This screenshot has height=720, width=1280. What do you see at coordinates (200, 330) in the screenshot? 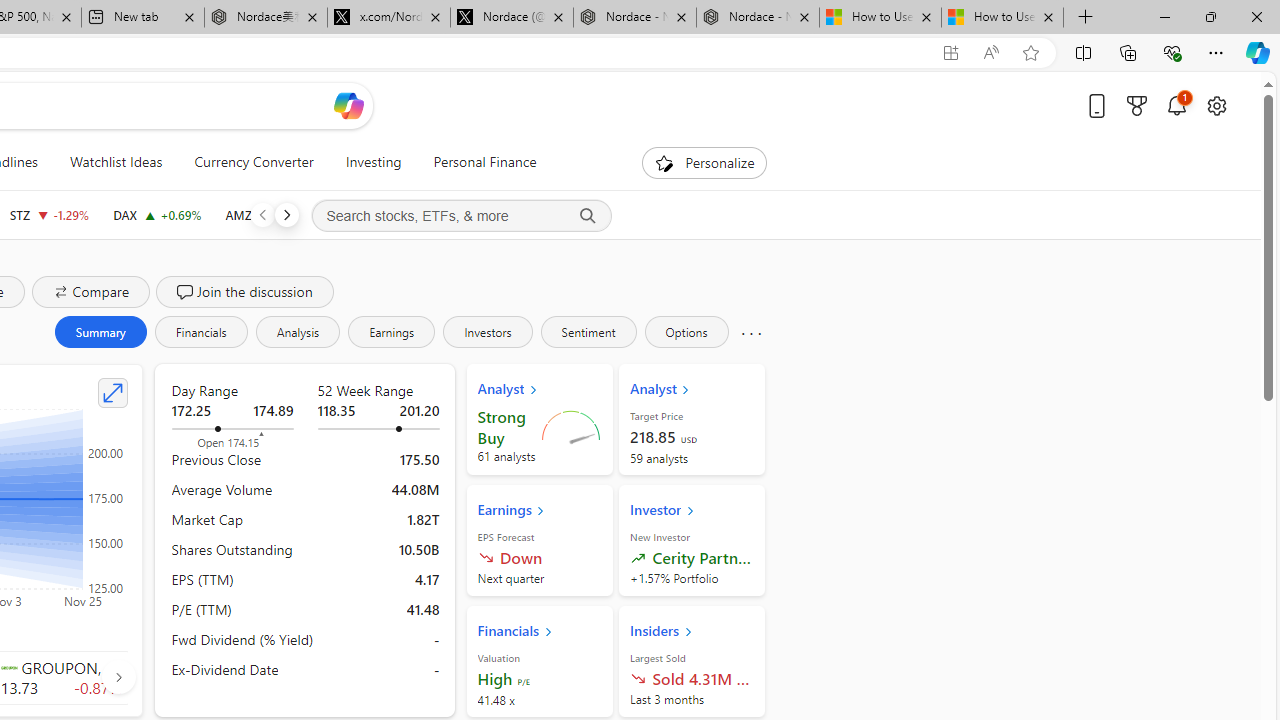
I see `'Financials'` at bounding box center [200, 330].